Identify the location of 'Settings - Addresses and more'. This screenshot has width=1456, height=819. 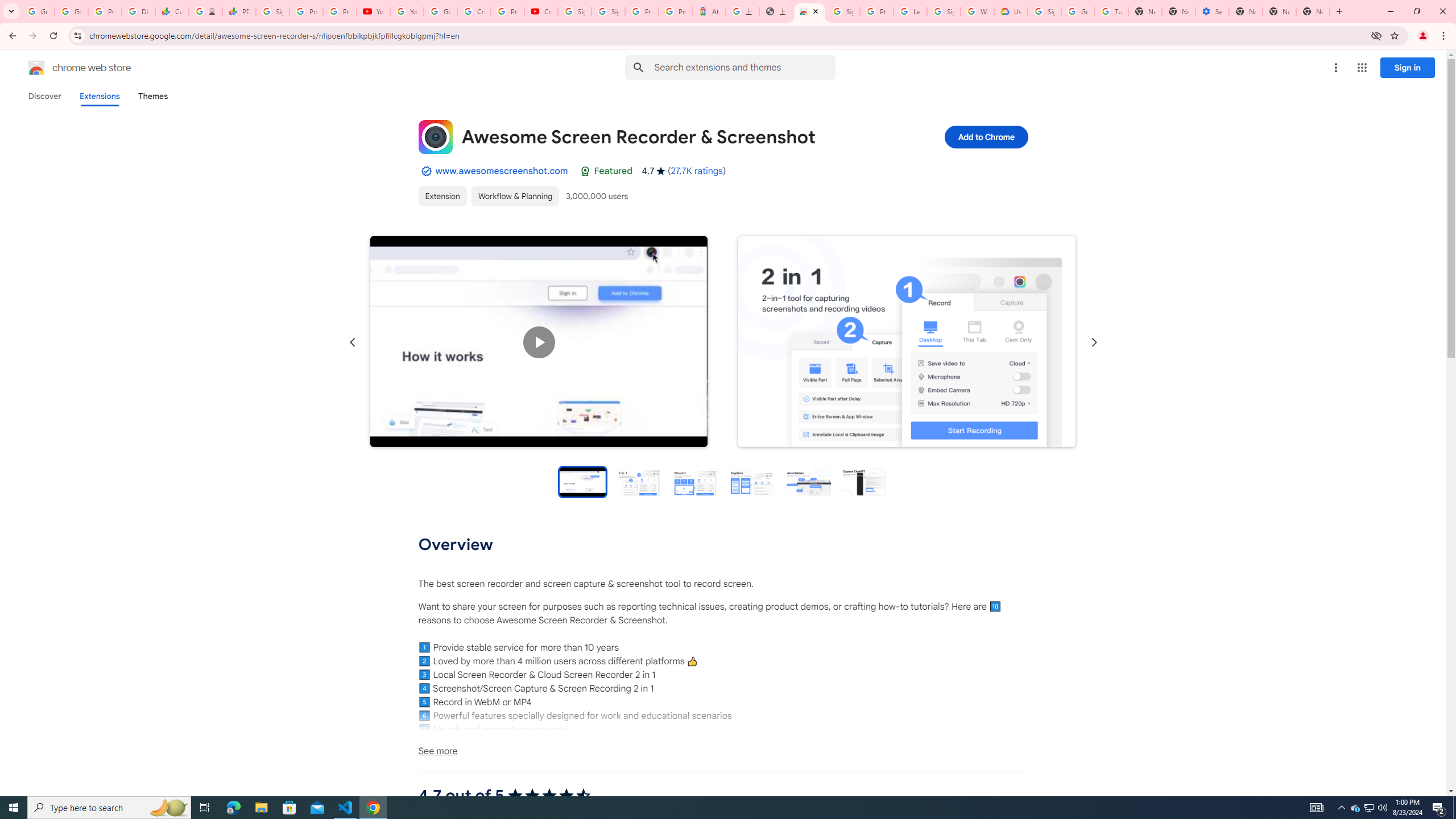
(1212, 11).